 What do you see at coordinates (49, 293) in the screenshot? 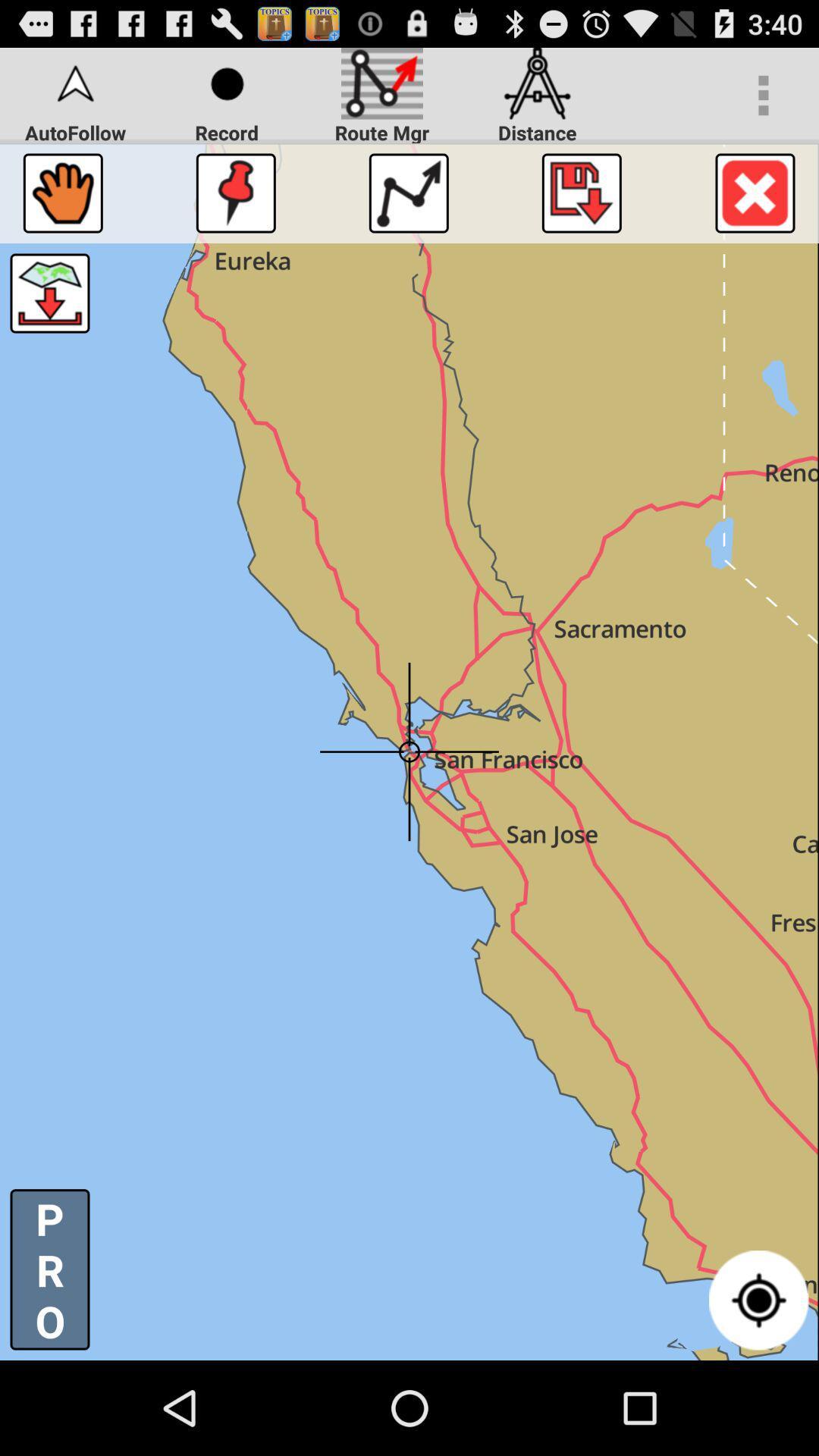
I see `download this map` at bounding box center [49, 293].